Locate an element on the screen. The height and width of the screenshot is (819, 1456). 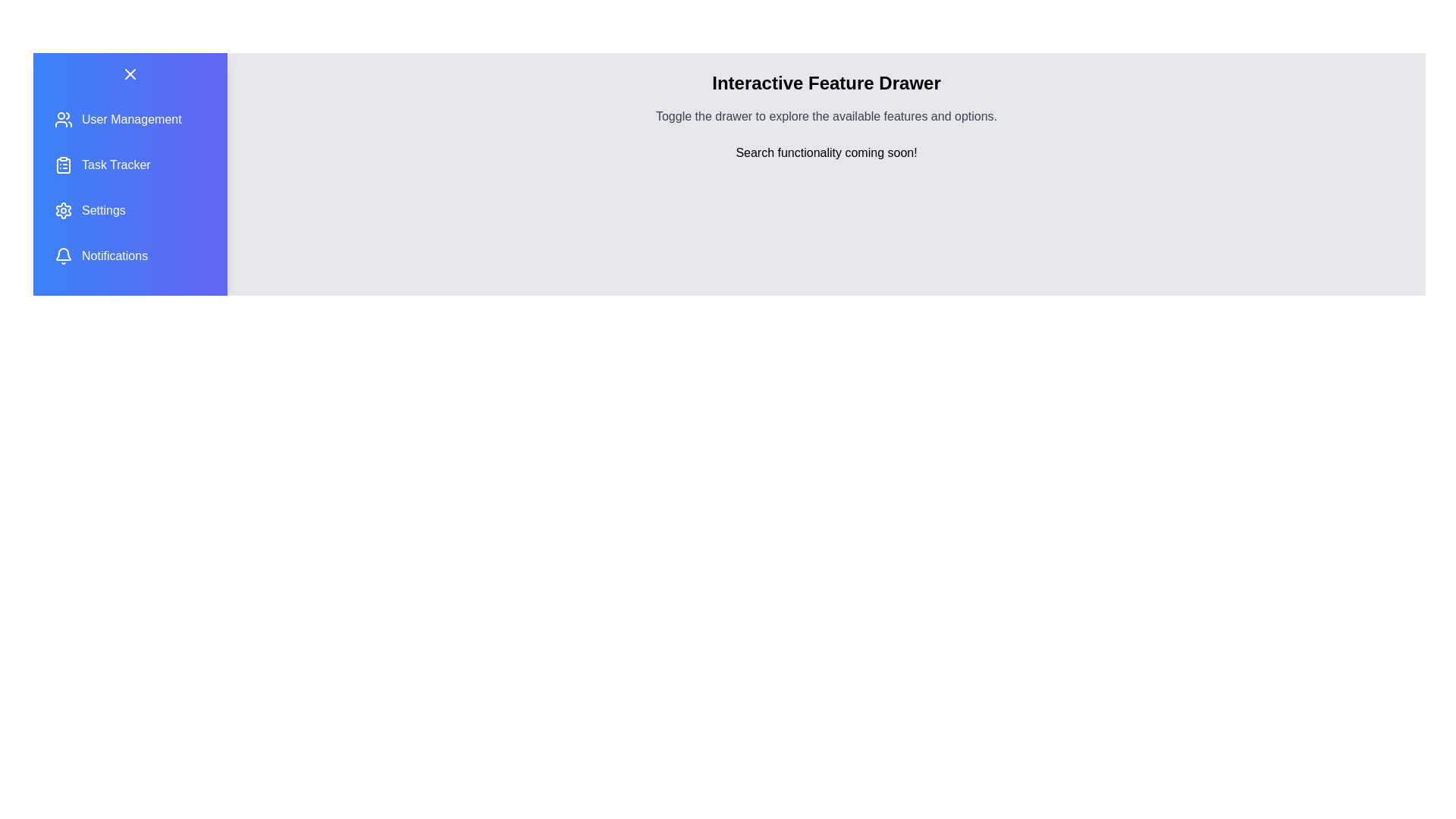
the feature Settings from the list is located at coordinates (130, 210).